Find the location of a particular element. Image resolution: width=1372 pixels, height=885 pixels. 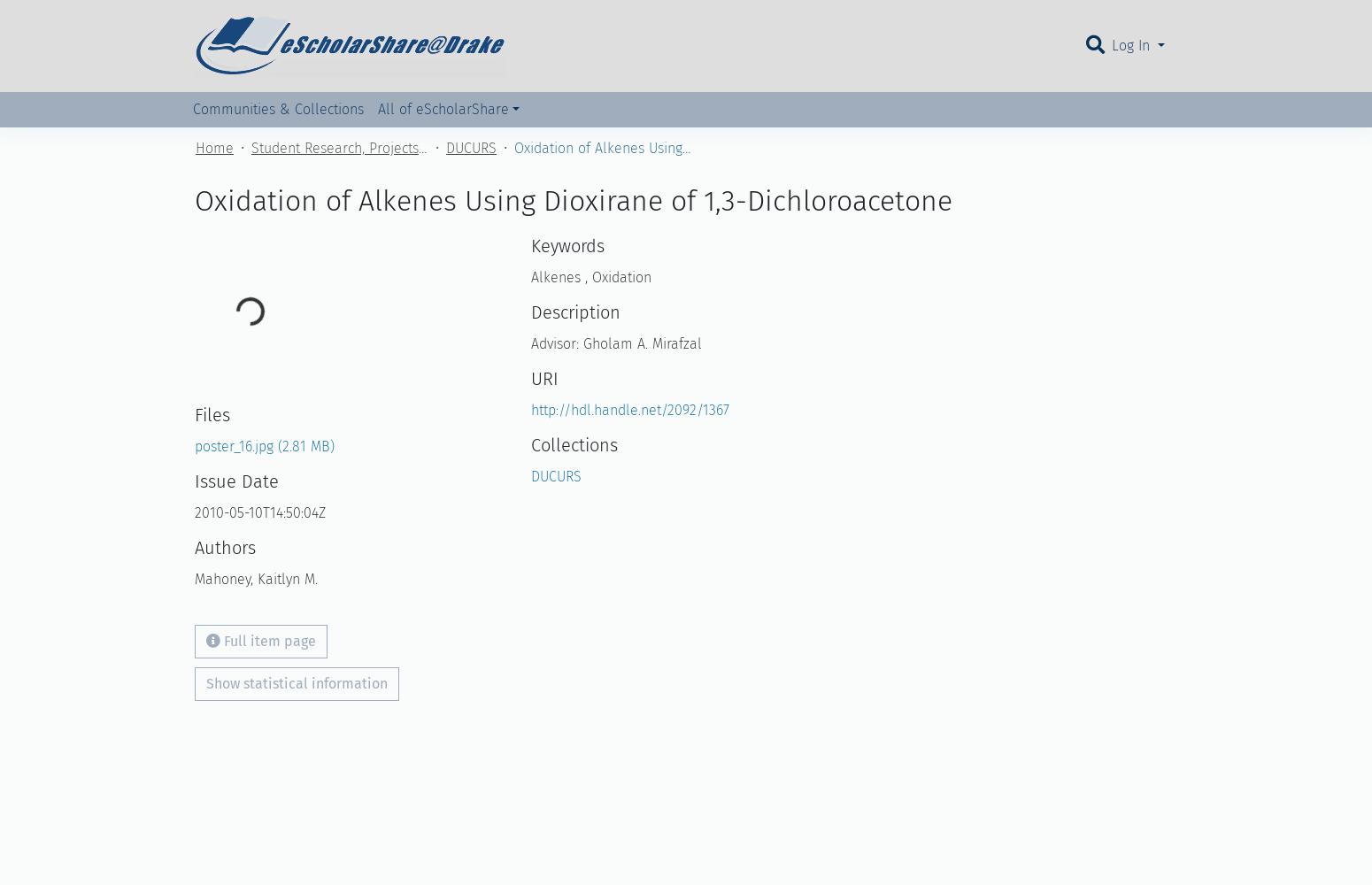

',' is located at coordinates (585, 276).